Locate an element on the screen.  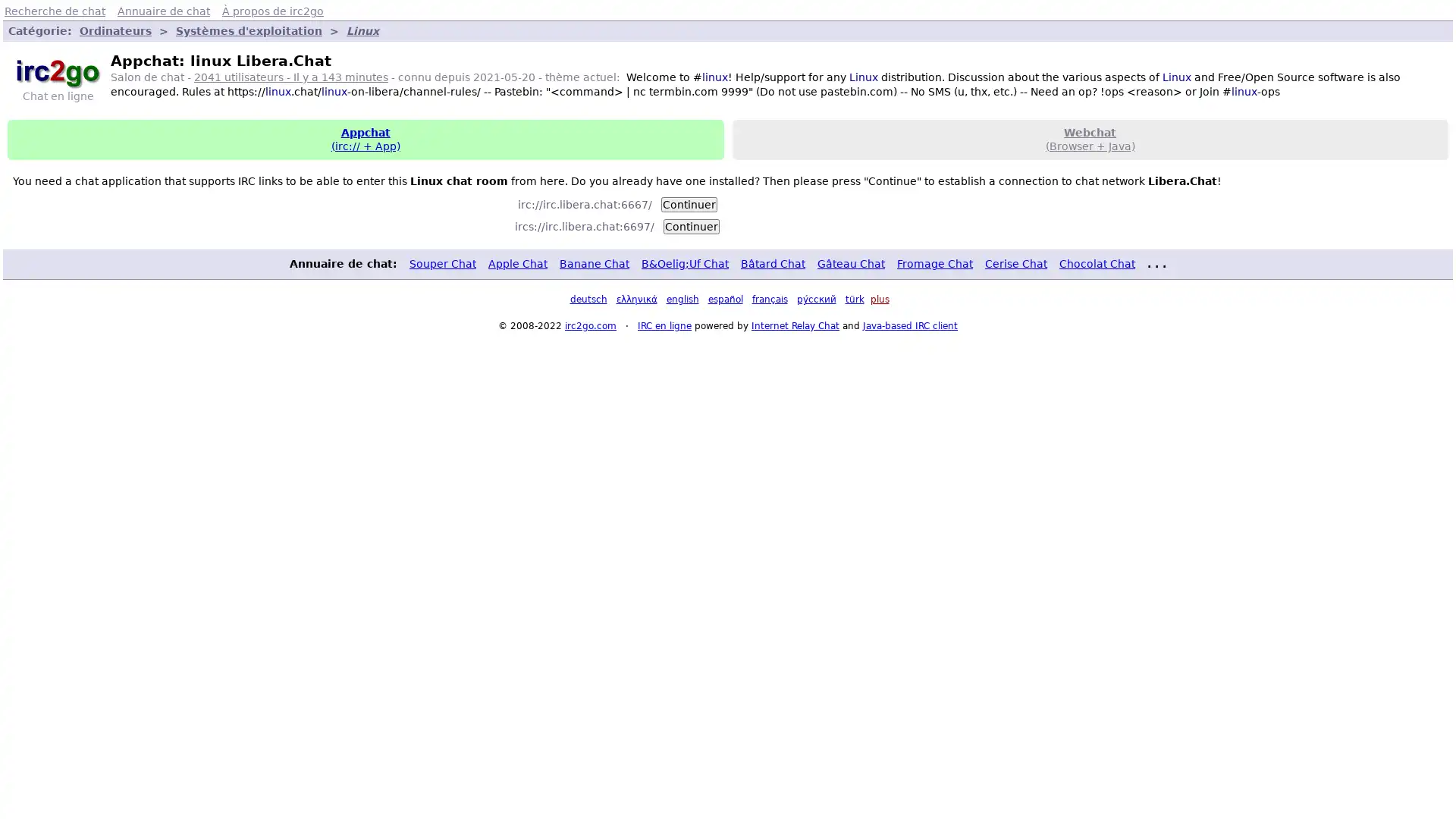
Continuer is located at coordinates (691, 225).